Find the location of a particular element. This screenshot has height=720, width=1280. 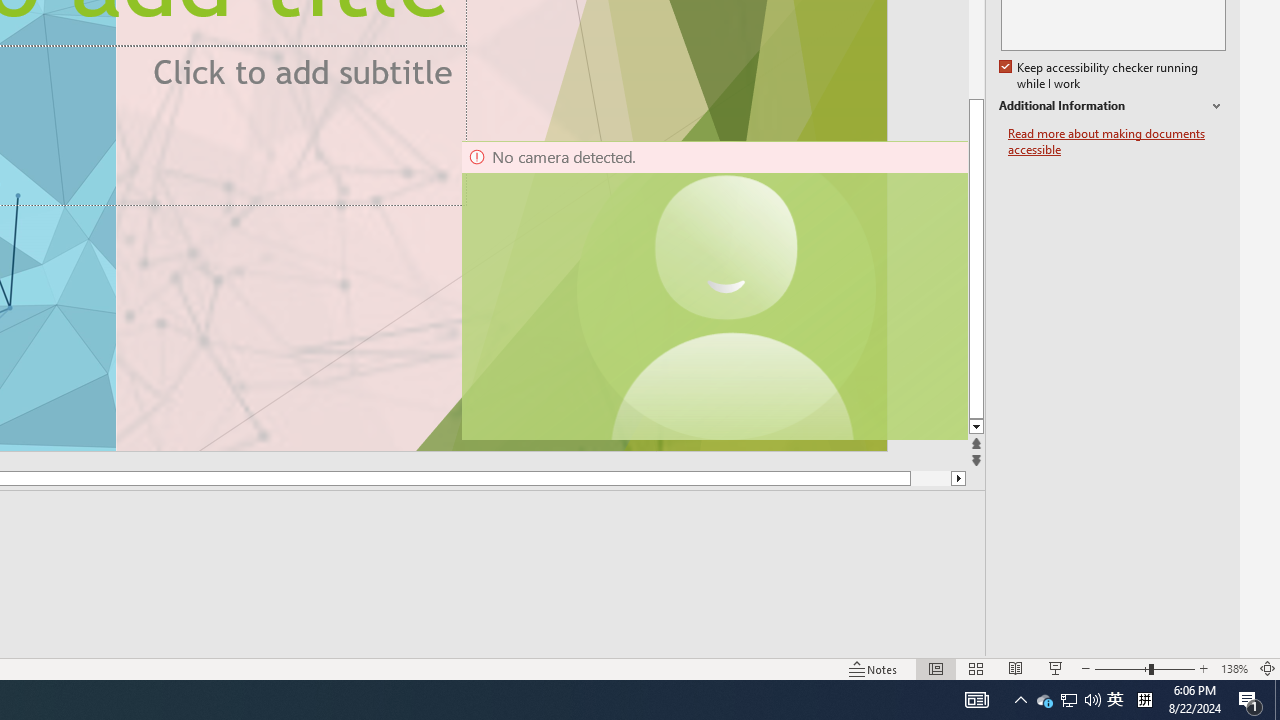

'Additional Information' is located at coordinates (1111, 106).